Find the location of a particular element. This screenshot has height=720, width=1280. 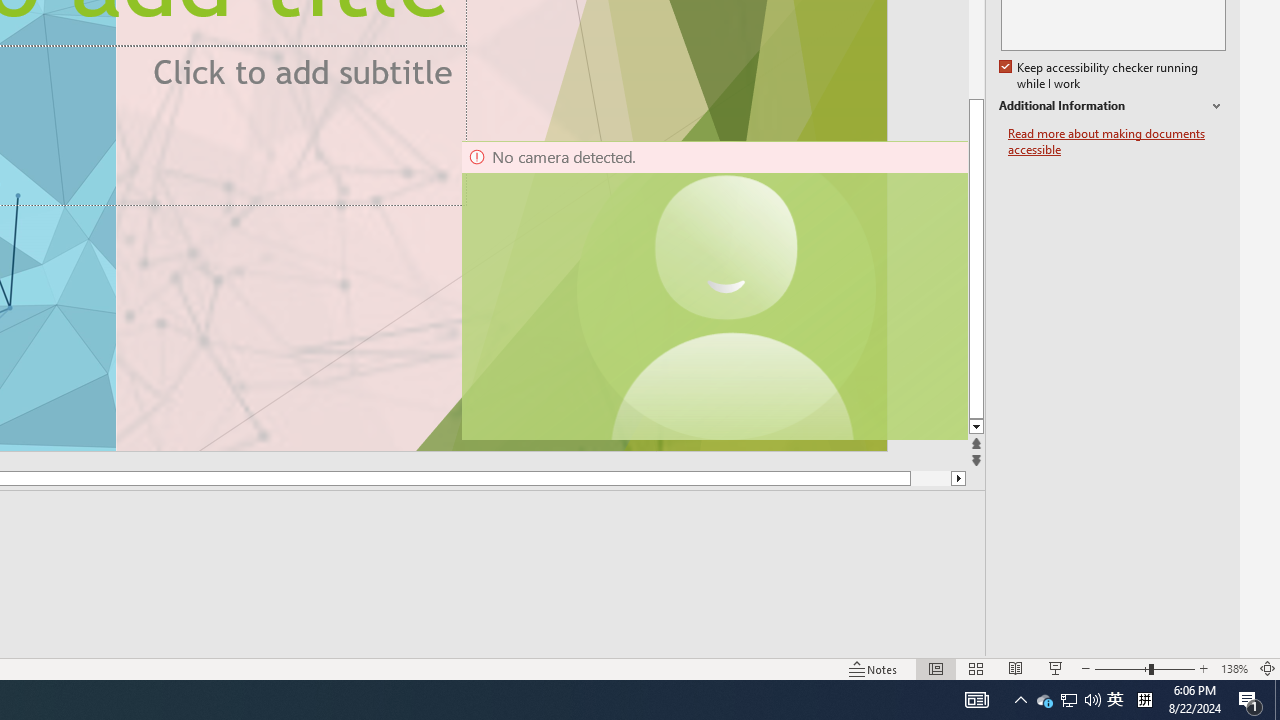

'Additional Information' is located at coordinates (1111, 106).